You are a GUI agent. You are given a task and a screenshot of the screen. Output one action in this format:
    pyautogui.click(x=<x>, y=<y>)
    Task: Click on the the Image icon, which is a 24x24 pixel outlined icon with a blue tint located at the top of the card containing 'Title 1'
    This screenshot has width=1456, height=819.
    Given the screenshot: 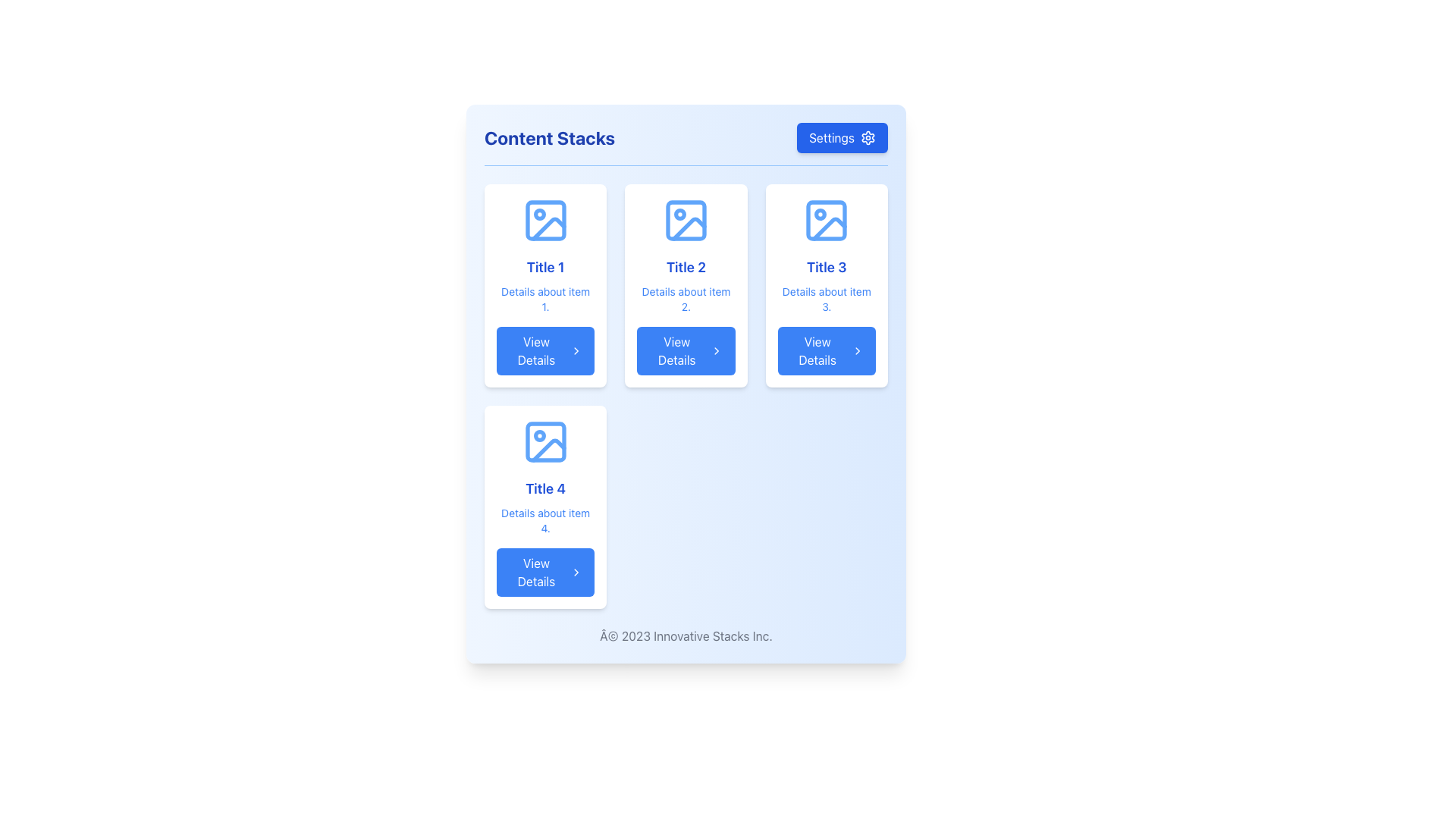 What is the action you would take?
    pyautogui.click(x=545, y=220)
    